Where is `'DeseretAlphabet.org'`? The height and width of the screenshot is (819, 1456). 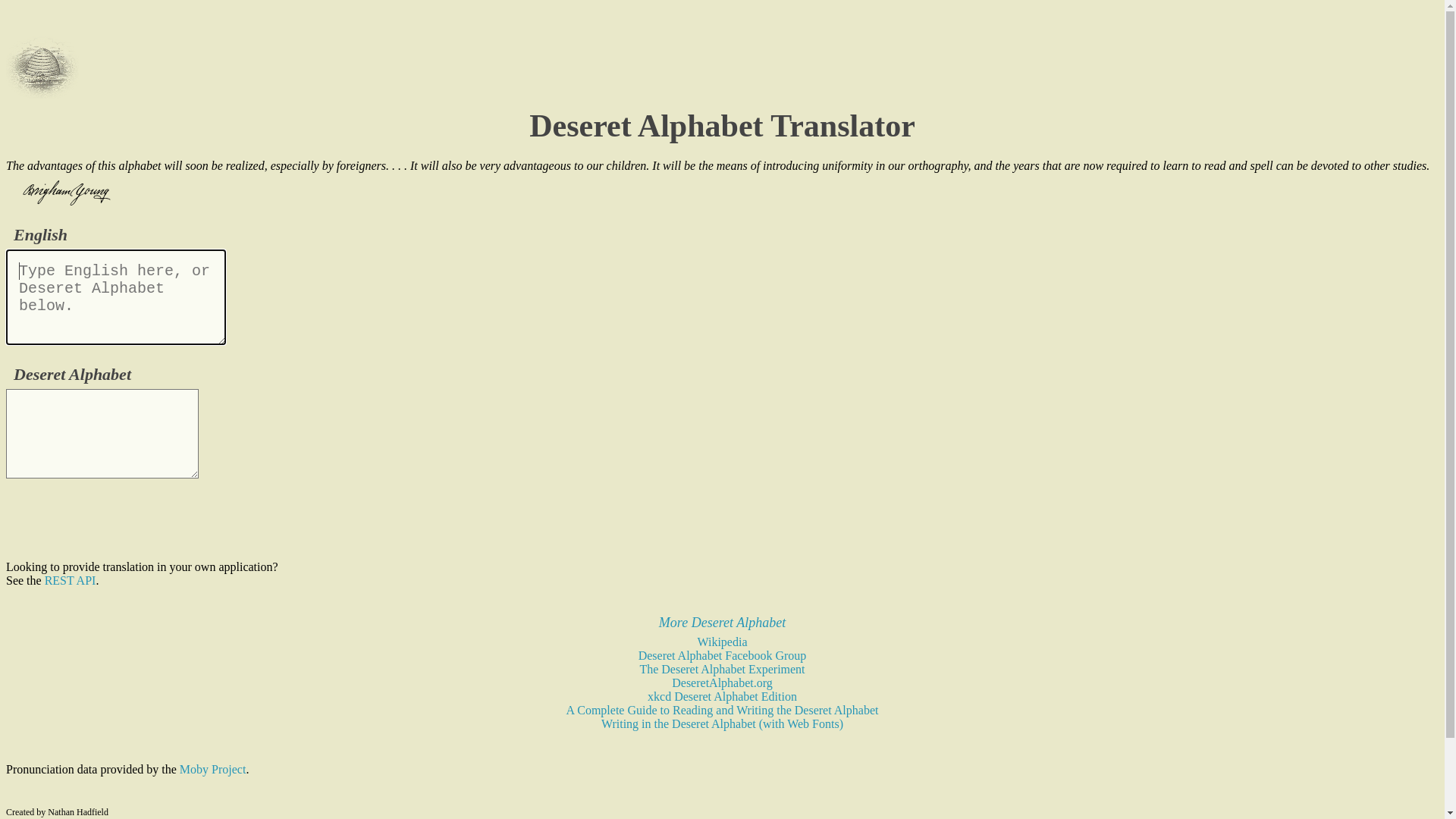 'DeseretAlphabet.org' is located at coordinates (671, 682).